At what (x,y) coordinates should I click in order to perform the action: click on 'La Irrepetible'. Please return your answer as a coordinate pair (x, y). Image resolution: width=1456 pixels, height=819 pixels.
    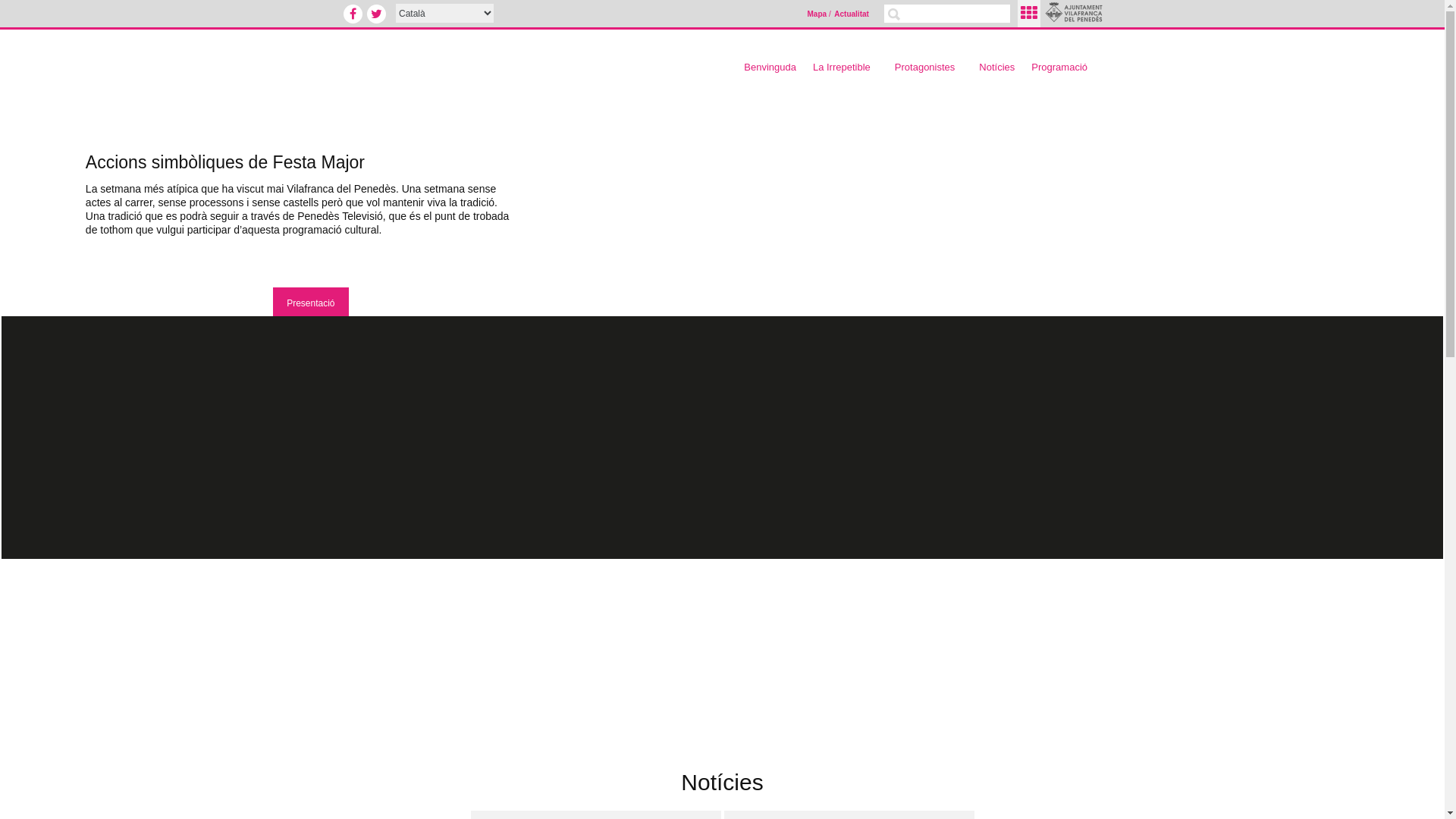
    Looking at the image, I should click on (808, 66).